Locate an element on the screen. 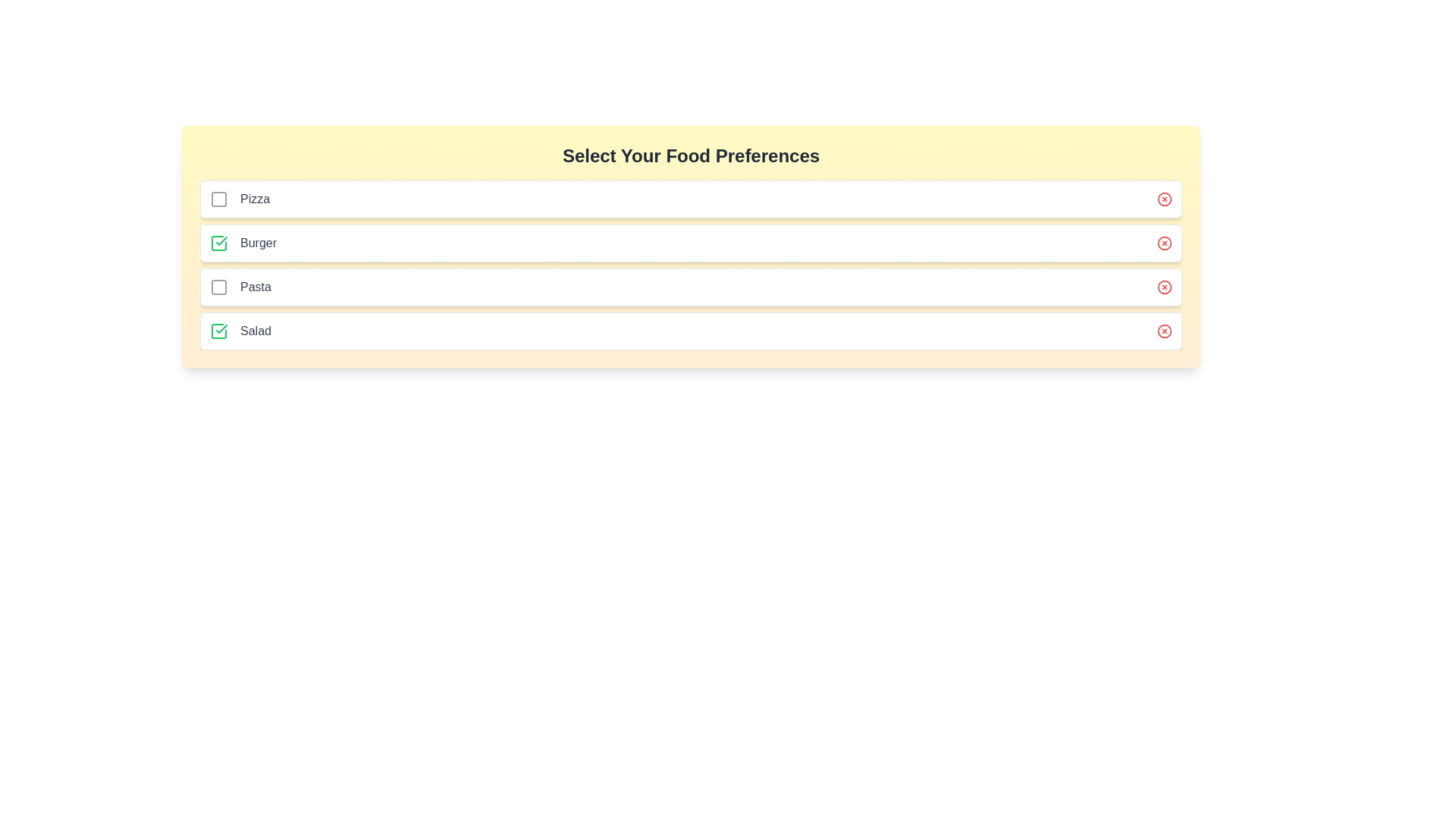 This screenshot has width=1456, height=819. the checkbox icon located to the left of the text 'Pizza' in the food preferences list is located at coordinates (218, 198).